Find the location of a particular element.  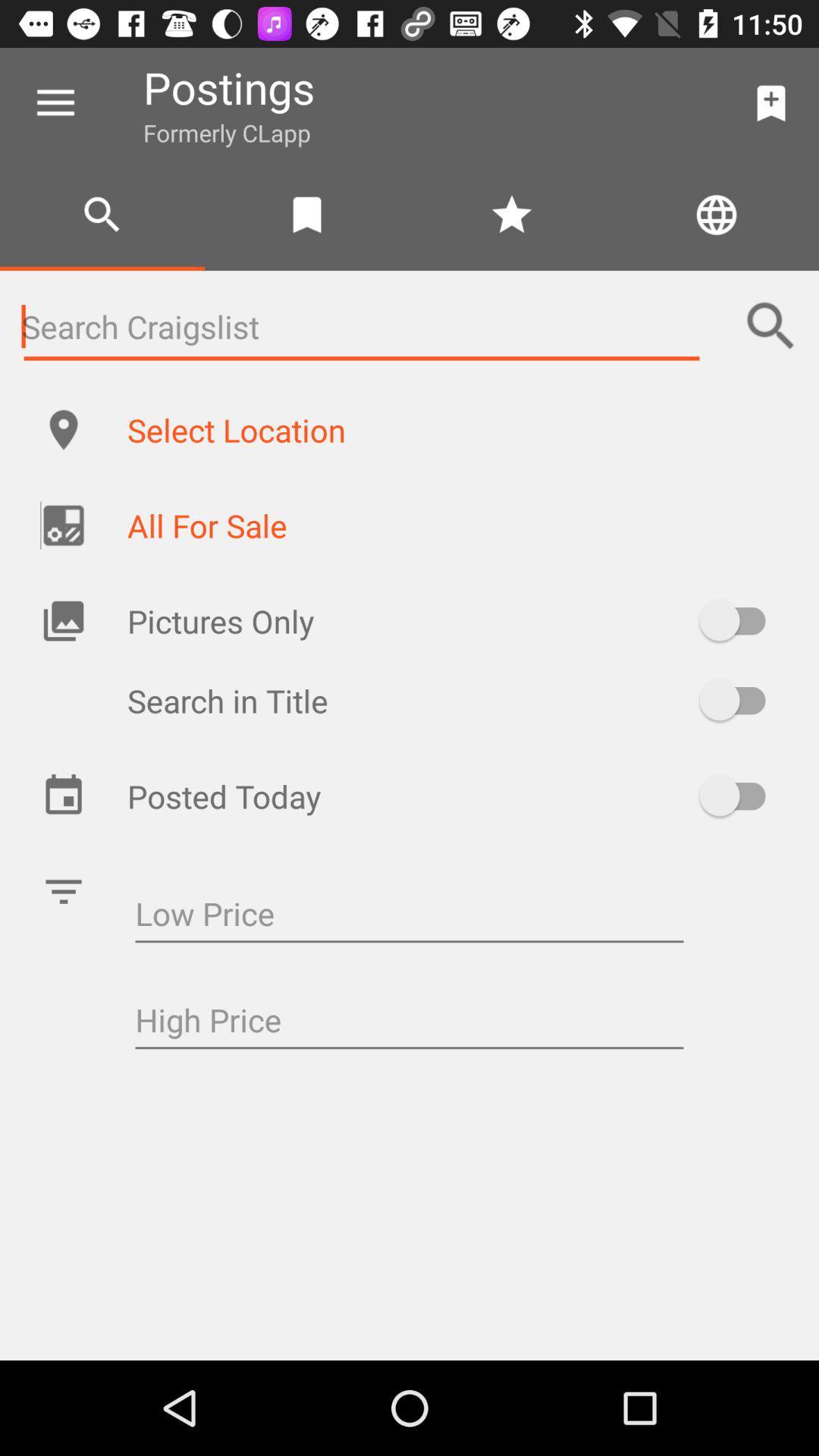

the search icon is located at coordinates (771, 325).